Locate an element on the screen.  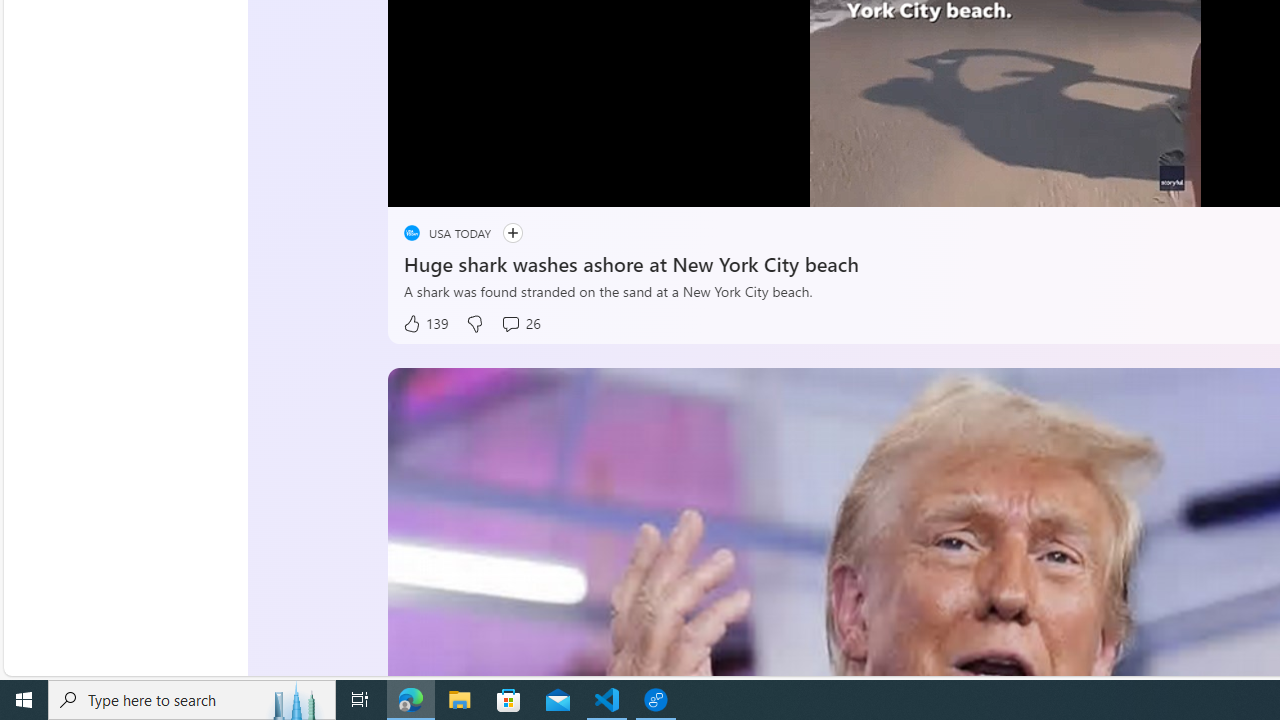
'View comments 26 Comment' is located at coordinates (520, 323).